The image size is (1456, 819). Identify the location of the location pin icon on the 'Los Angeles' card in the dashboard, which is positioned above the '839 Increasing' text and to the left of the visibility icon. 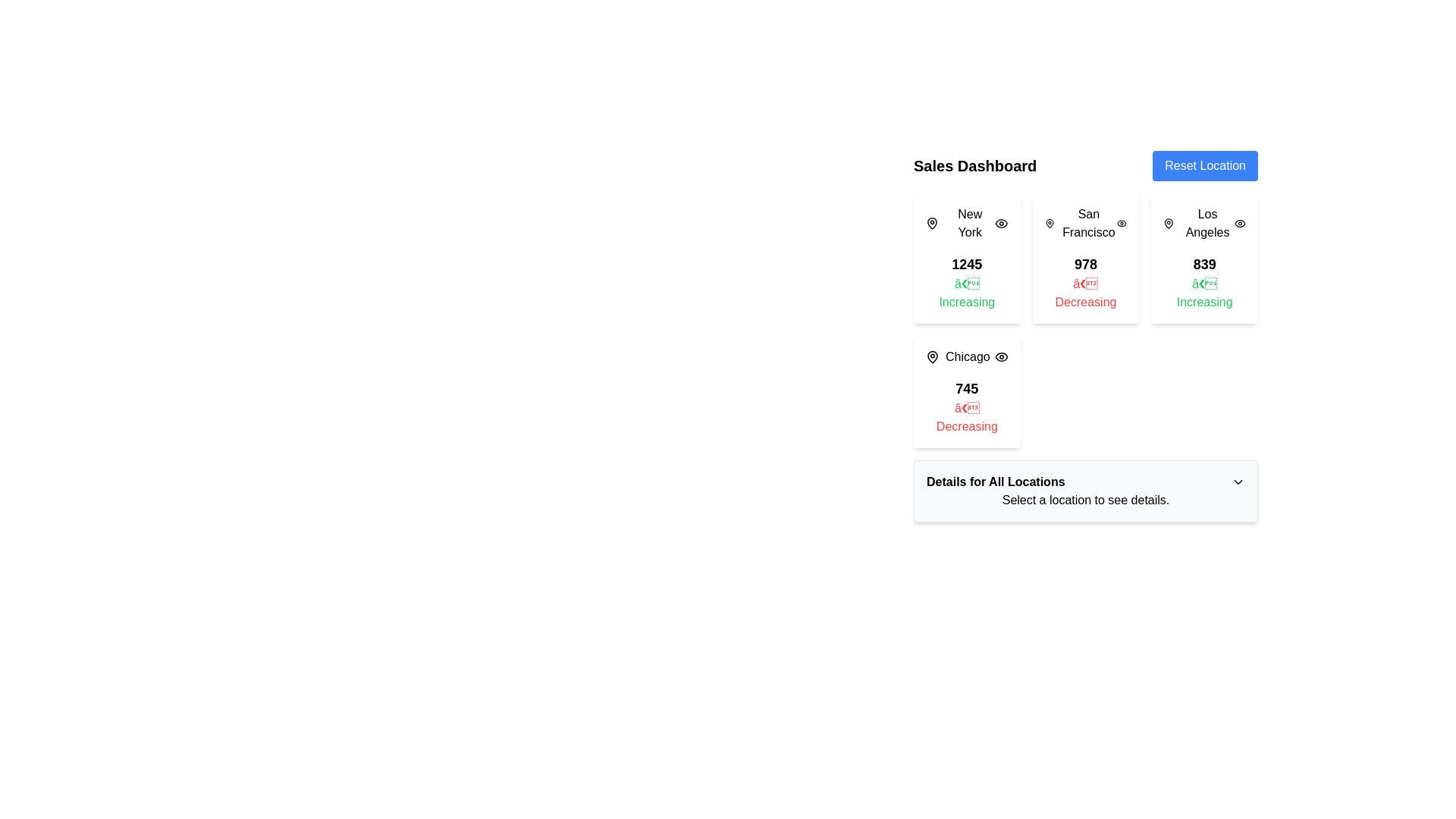
(1168, 223).